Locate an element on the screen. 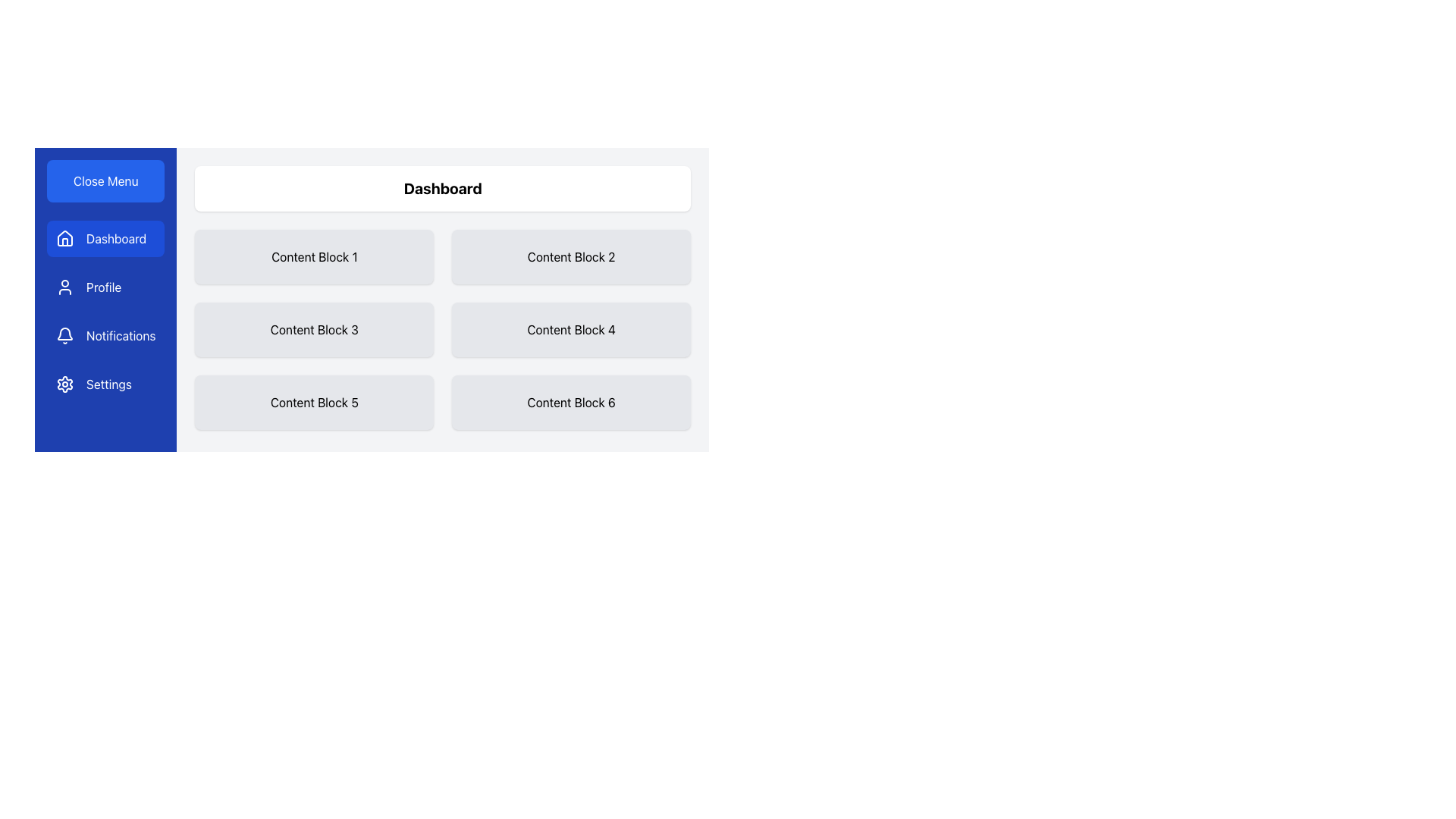 The height and width of the screenshot is (819, 1456). the informational block located in the second row and first column of the grid layout is located at coordinates (313, 329).